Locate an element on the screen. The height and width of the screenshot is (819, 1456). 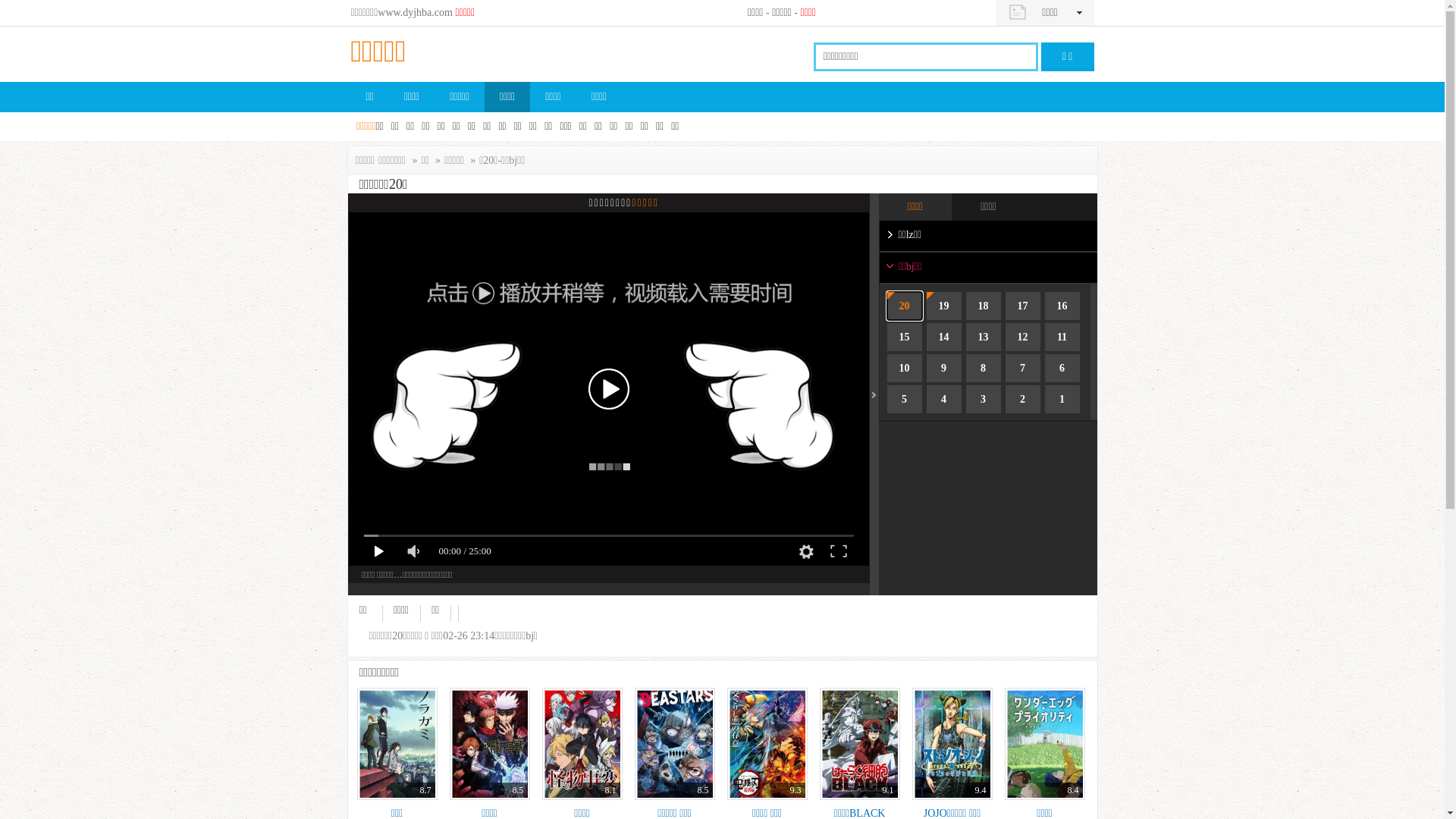
'2' is located at coordinates (1022, 398).